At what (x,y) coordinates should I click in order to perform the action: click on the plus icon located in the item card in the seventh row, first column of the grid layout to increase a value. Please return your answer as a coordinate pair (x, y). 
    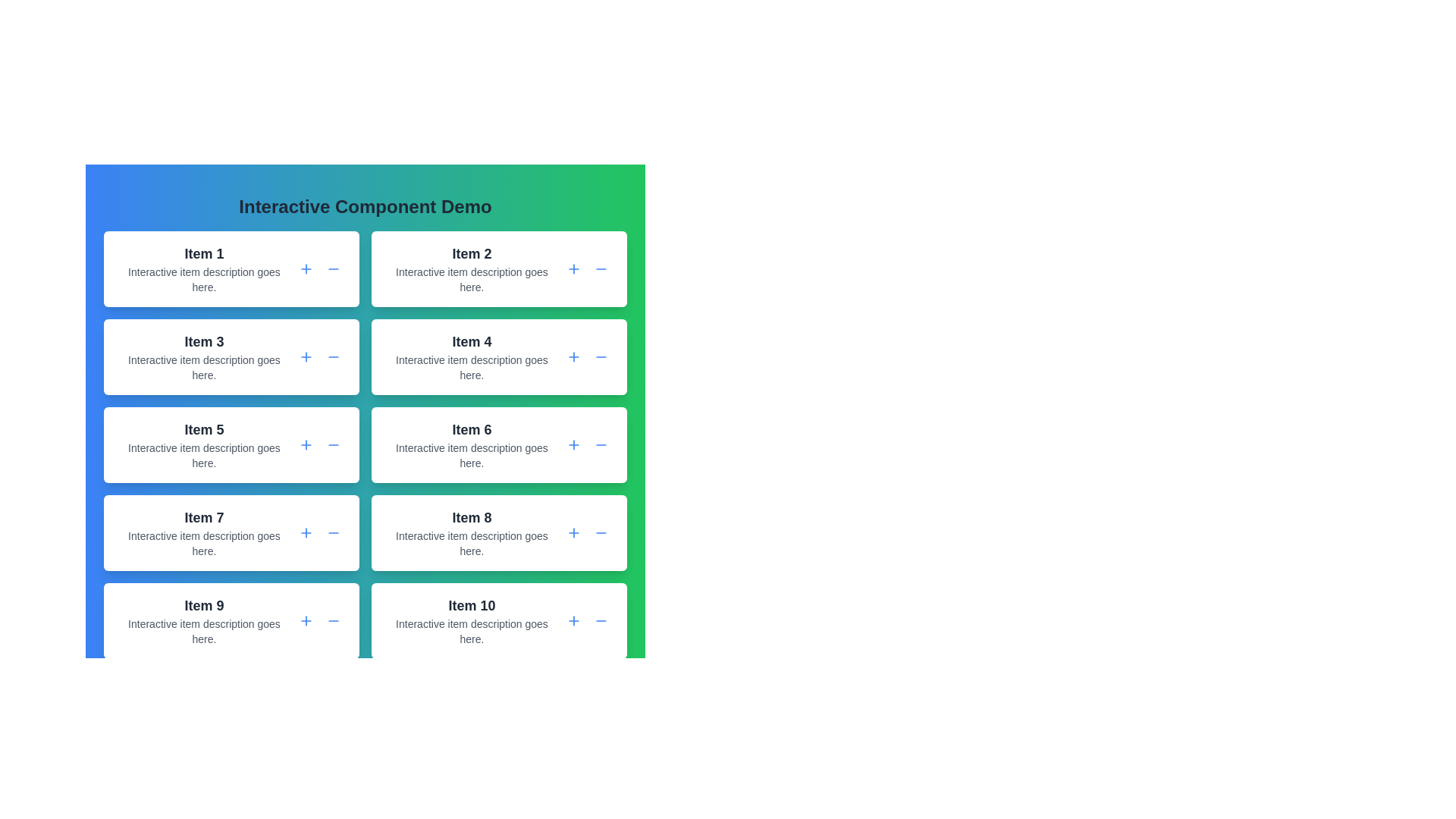
    Looking at the image, I should click on (231, 532).